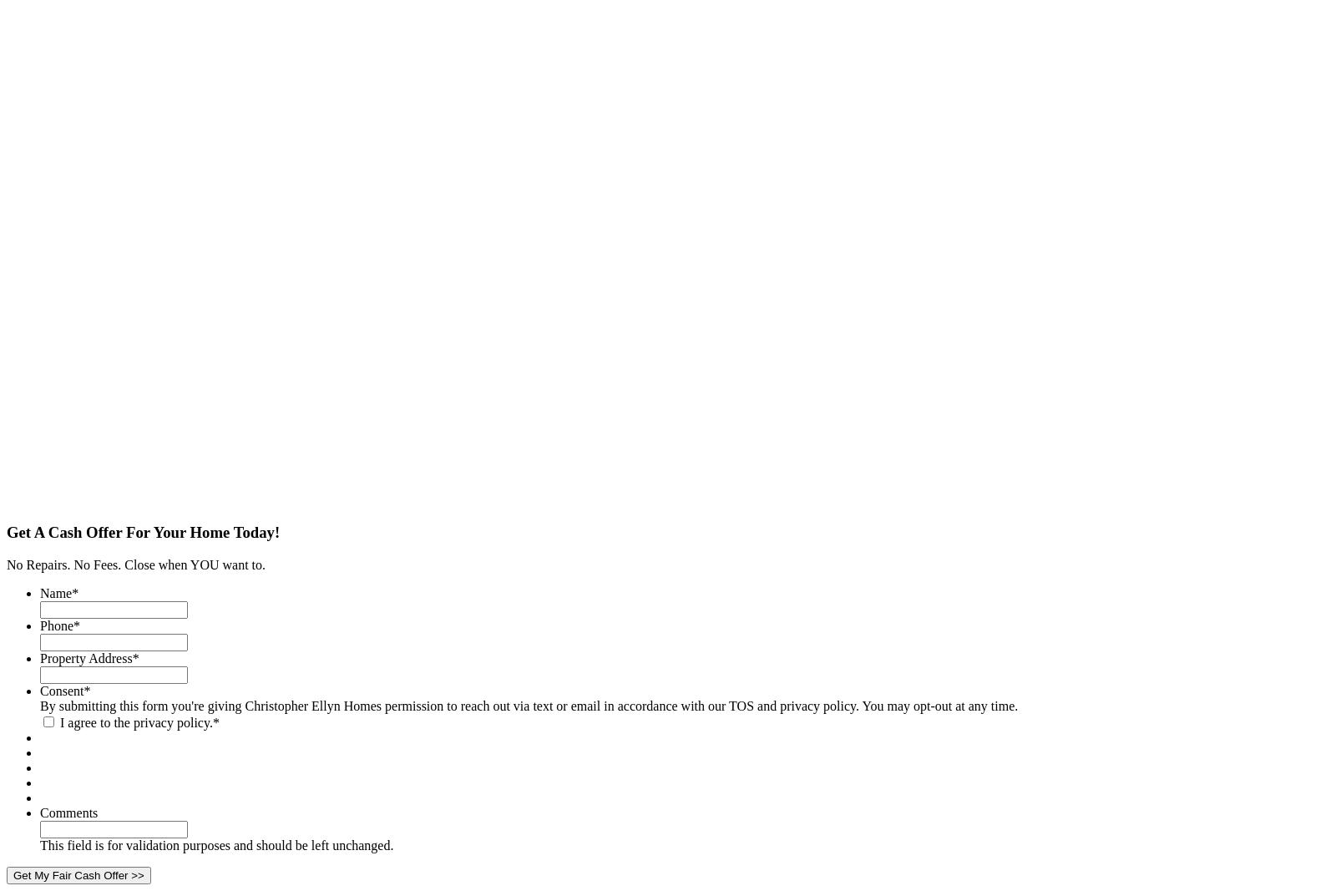 This screenshot has height=896, width=1336. I want to click on 'No Repairs. No Fees. Close when YOU want to.', so click(6, 564).